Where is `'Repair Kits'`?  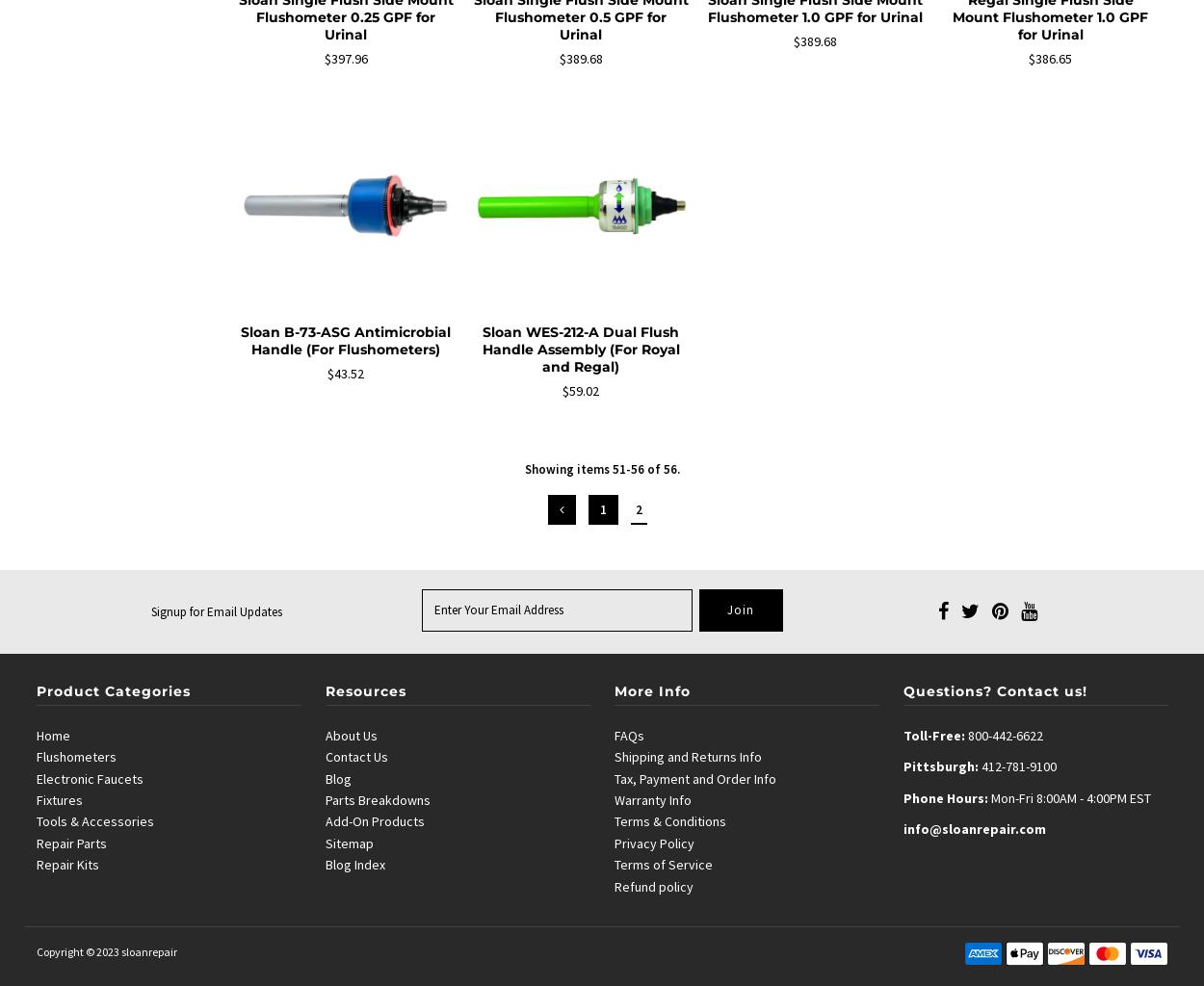
'Repair Kits' is located at coordinates (36, 864).